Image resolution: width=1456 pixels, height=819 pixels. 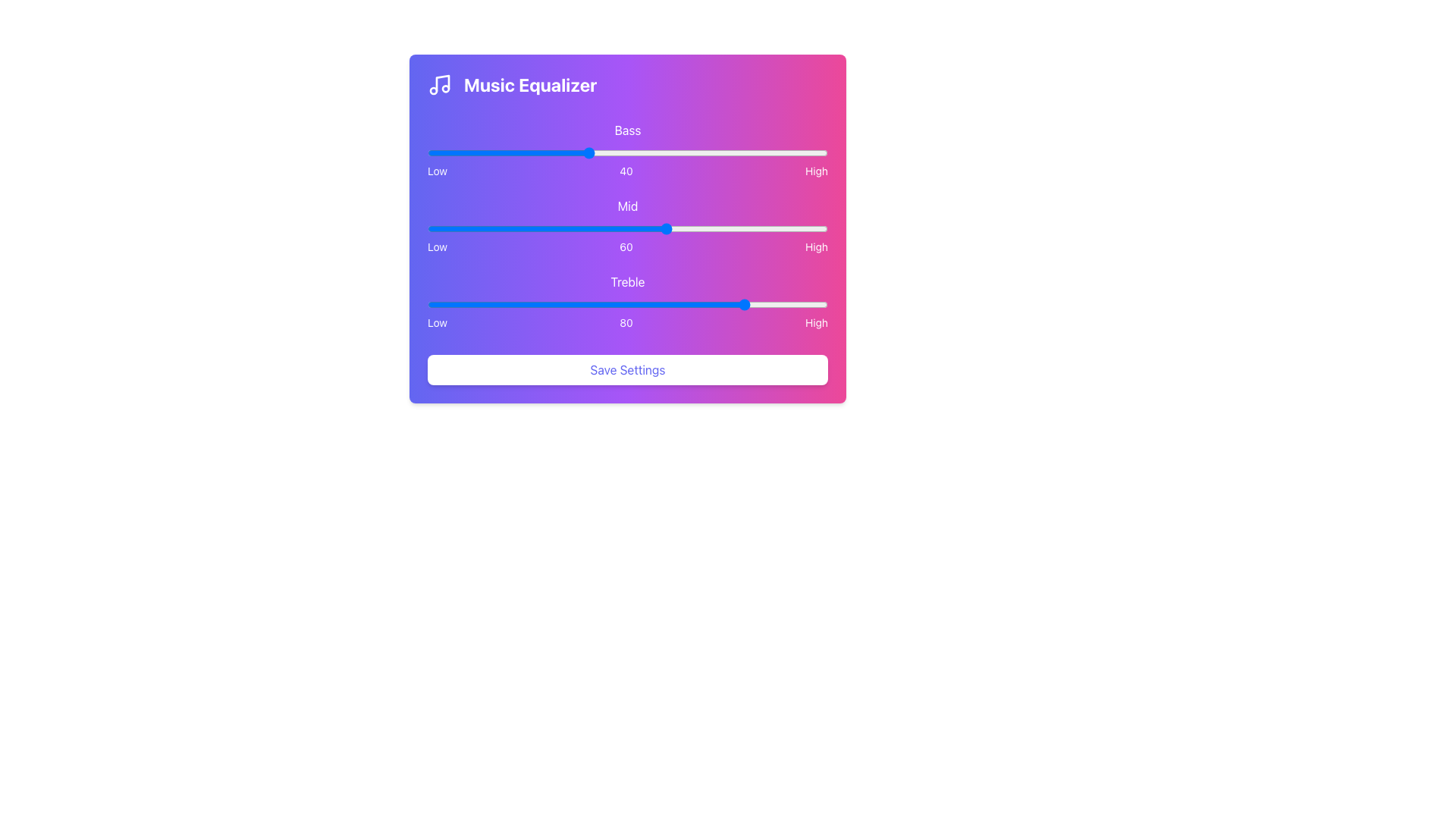 I want to click on the bass level, so click(x=571, y=152).